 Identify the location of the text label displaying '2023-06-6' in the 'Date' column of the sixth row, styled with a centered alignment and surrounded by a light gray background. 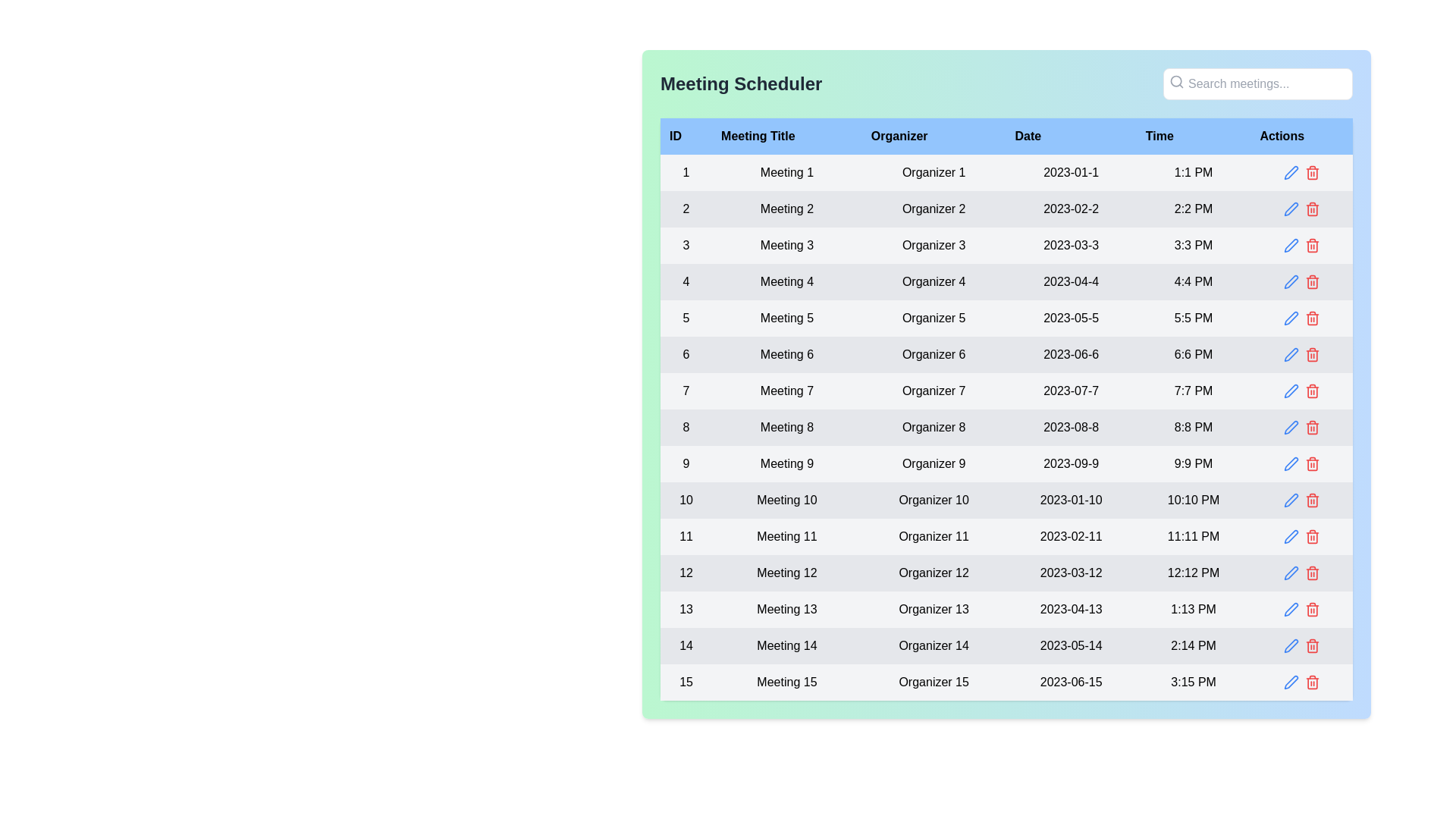
(1070, 354).